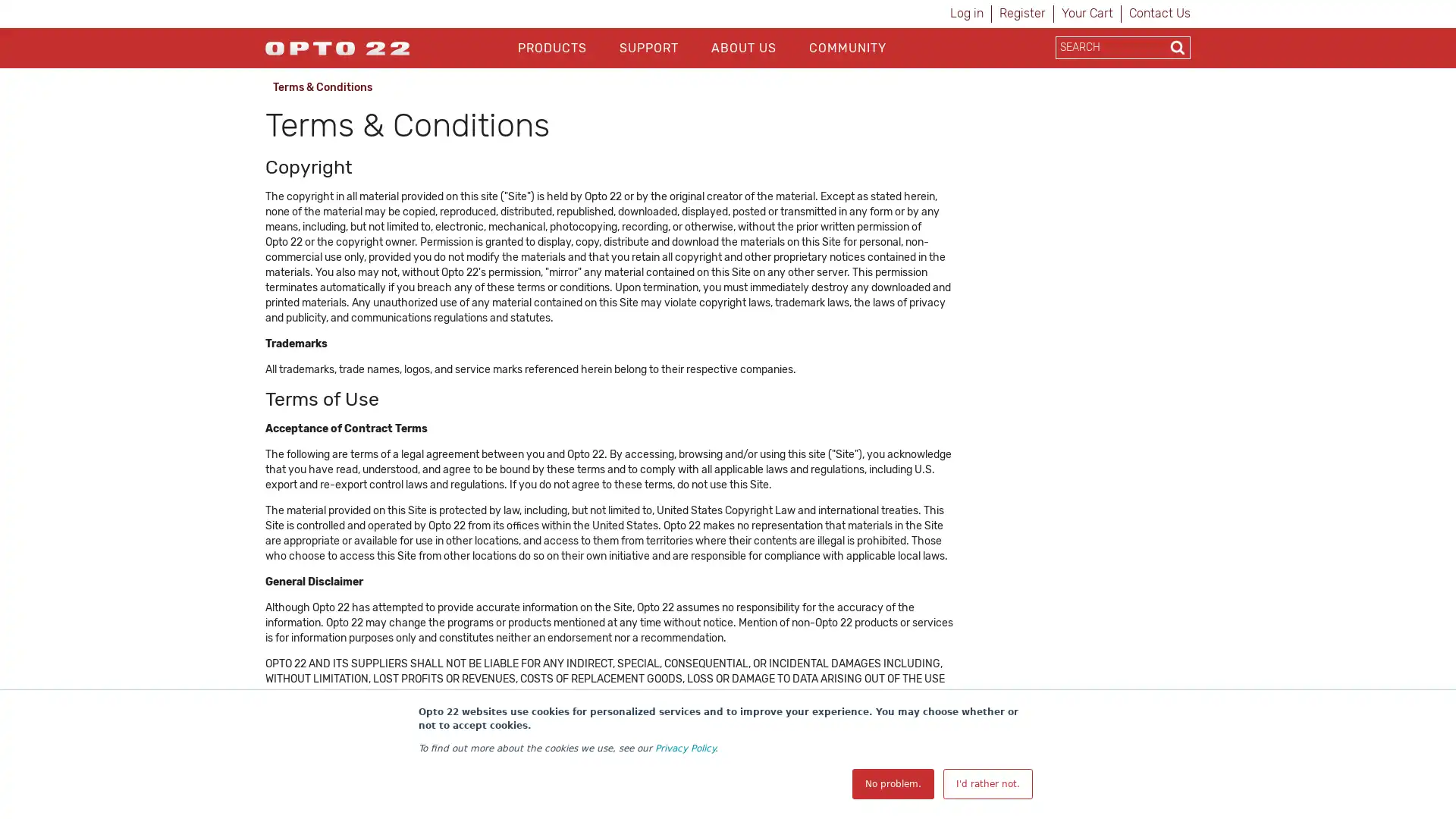 This screenshot has width=1456, height=819. Describe the element at coordinates (1177, 45) in the screenshot. I see `Search` at that location.